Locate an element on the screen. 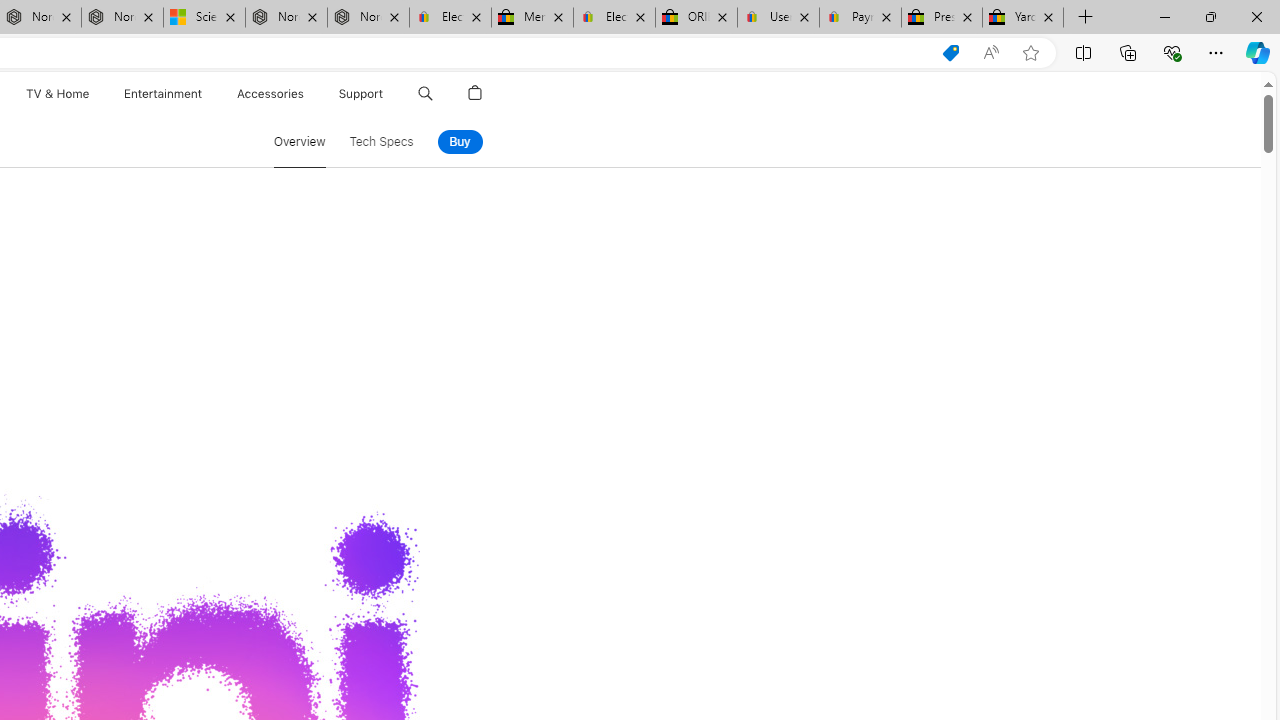 The width and height of the screenshot is (1280, 720). 'Nordace - FAQ' is located at coordinates (368, 17).